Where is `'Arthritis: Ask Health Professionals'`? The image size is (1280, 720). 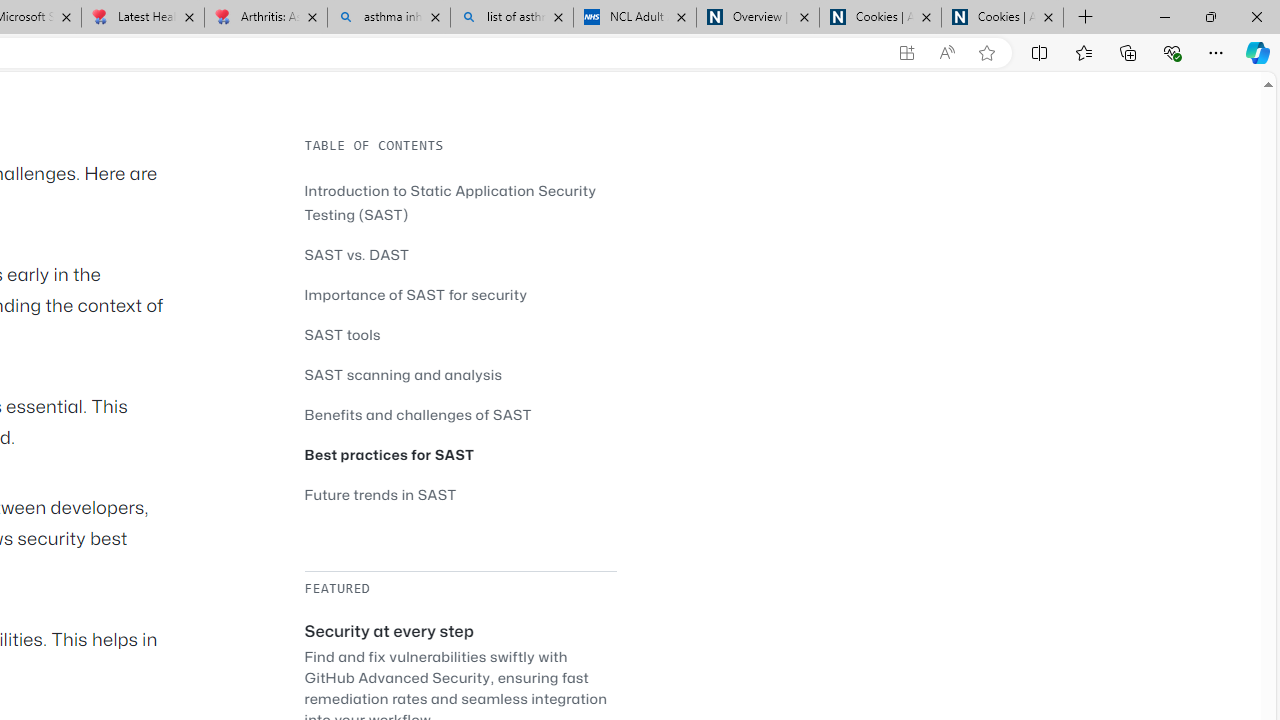
'Arthritis: Ask Health Professionals' is located at coordinates (264, 17).